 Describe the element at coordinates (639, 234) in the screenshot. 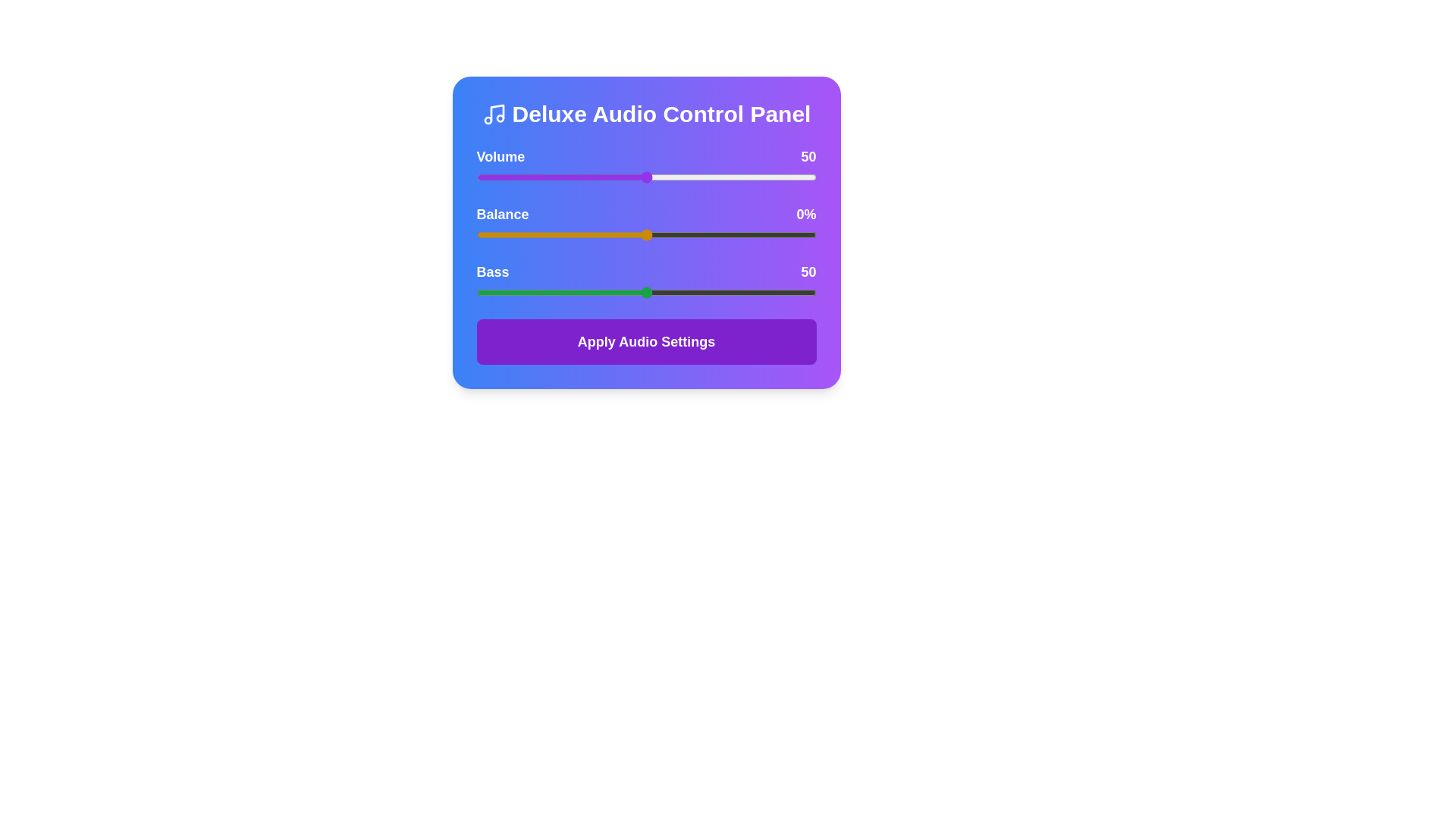

I see `balance` at that location.